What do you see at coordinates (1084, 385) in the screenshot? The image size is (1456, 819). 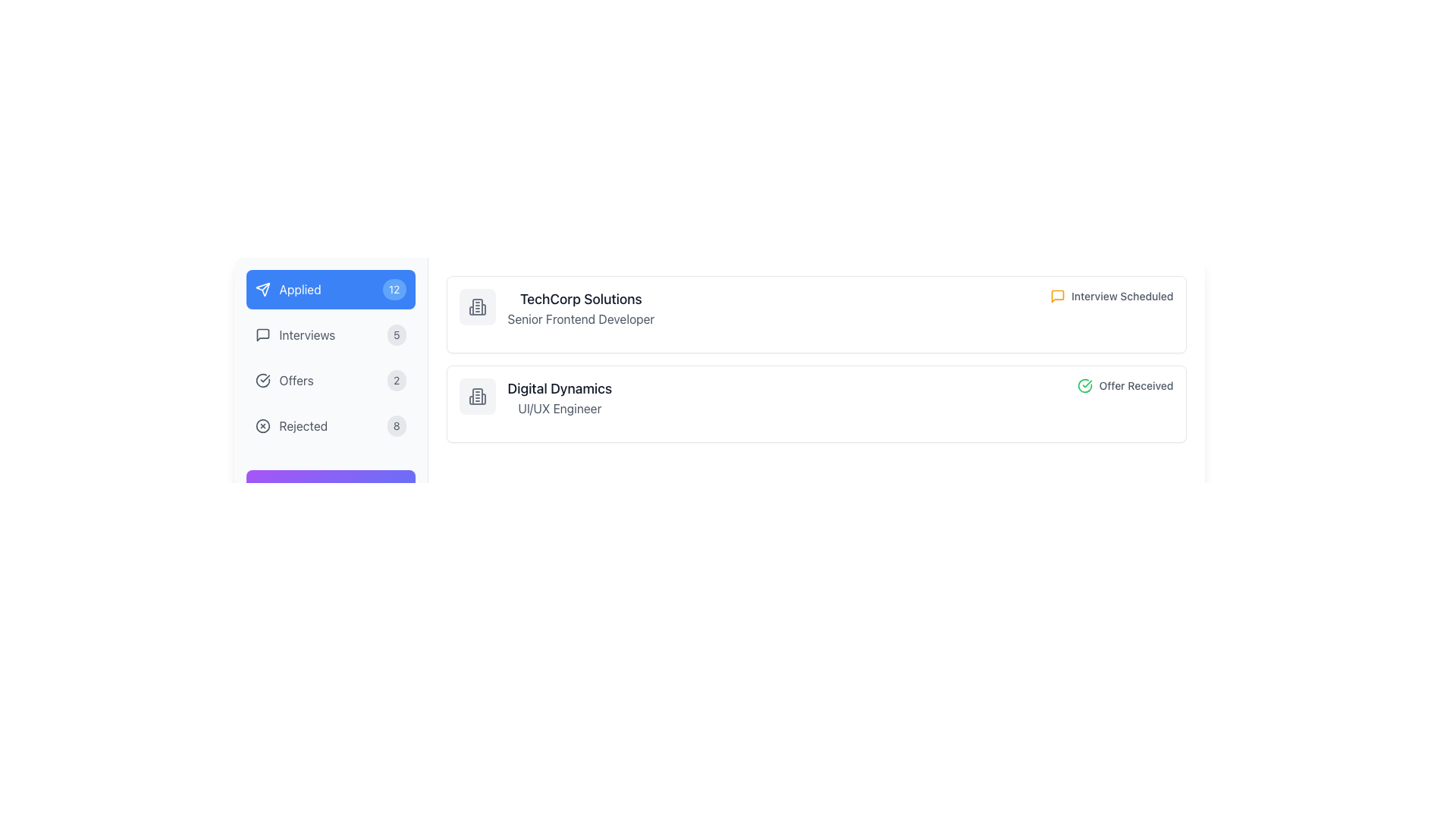 I see `the success status icon located to the left of the 'Offer Received' text as a visual indicator of completion` at bounding box center [1084, 385].